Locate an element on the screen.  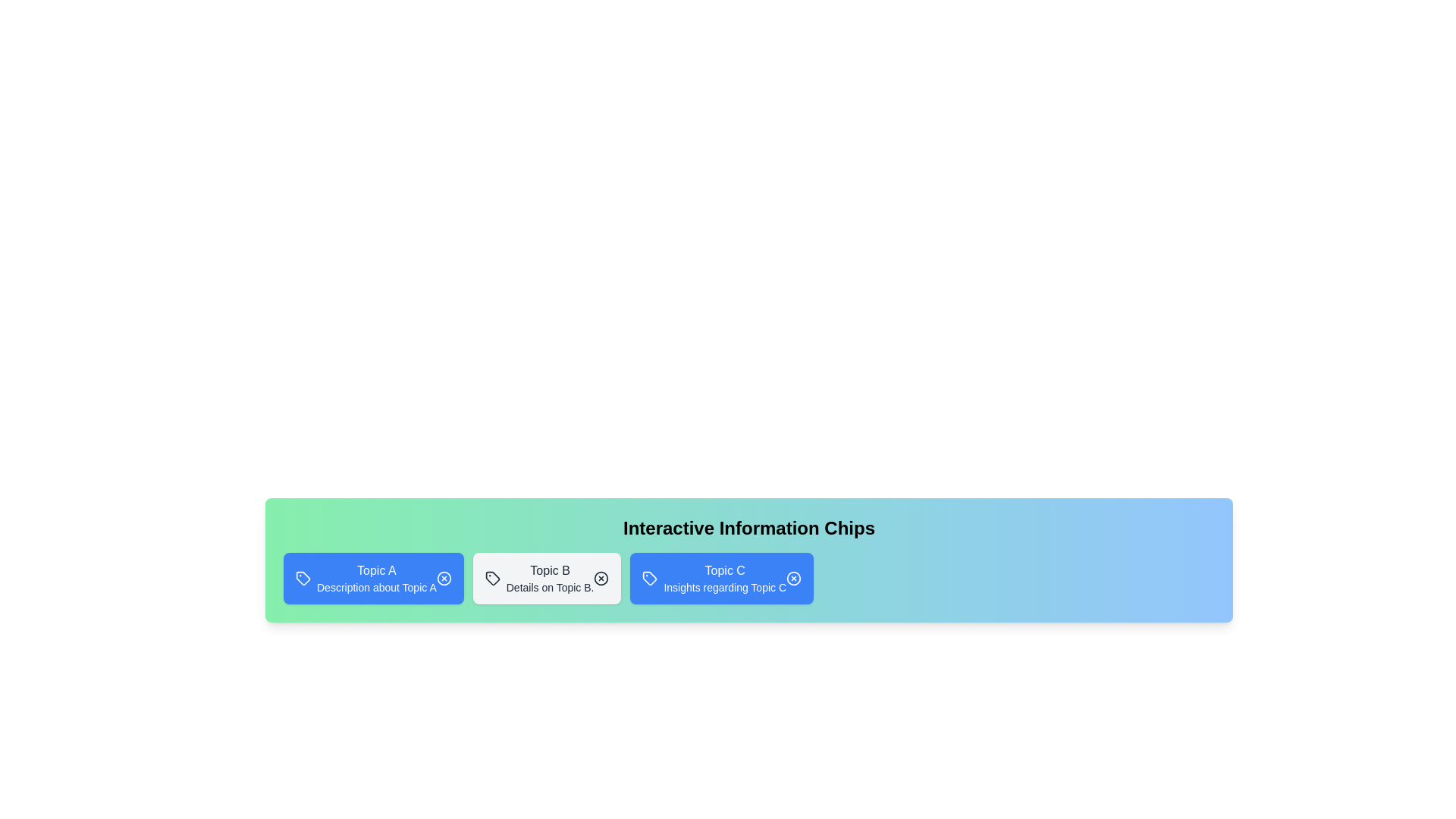
the close button of the chip labeled Topic A is located at coordinates (443, 579).